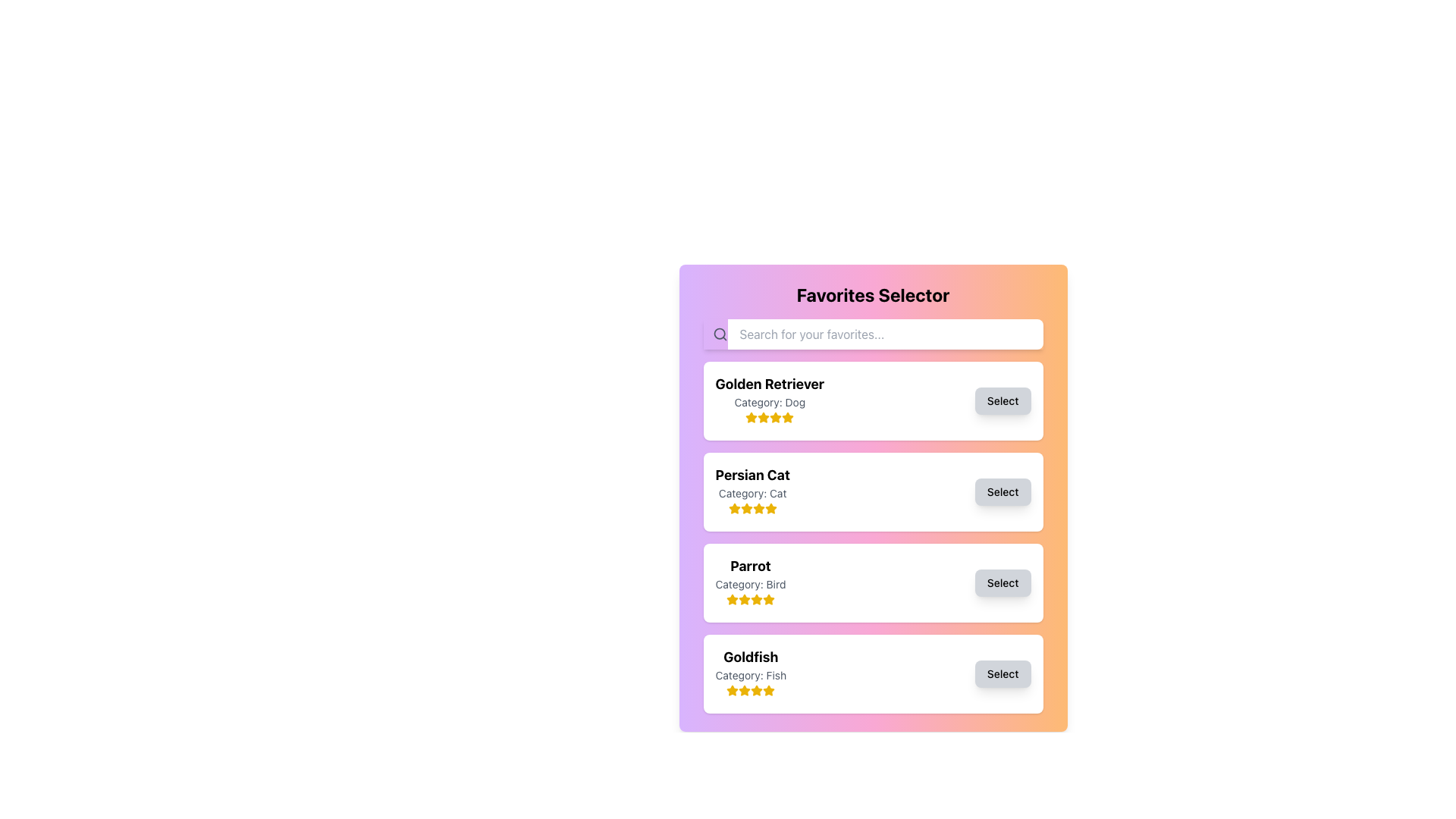 The width and height of the screenshot is (1456, 819). Describe the element at coordinates (750, 566) in the screenshot. I see `the Text Label identifying the 'Parrot' entry in the Favorites Selector component, which is centrally located above the text 'Category: Bird' in the third list item` at that location.